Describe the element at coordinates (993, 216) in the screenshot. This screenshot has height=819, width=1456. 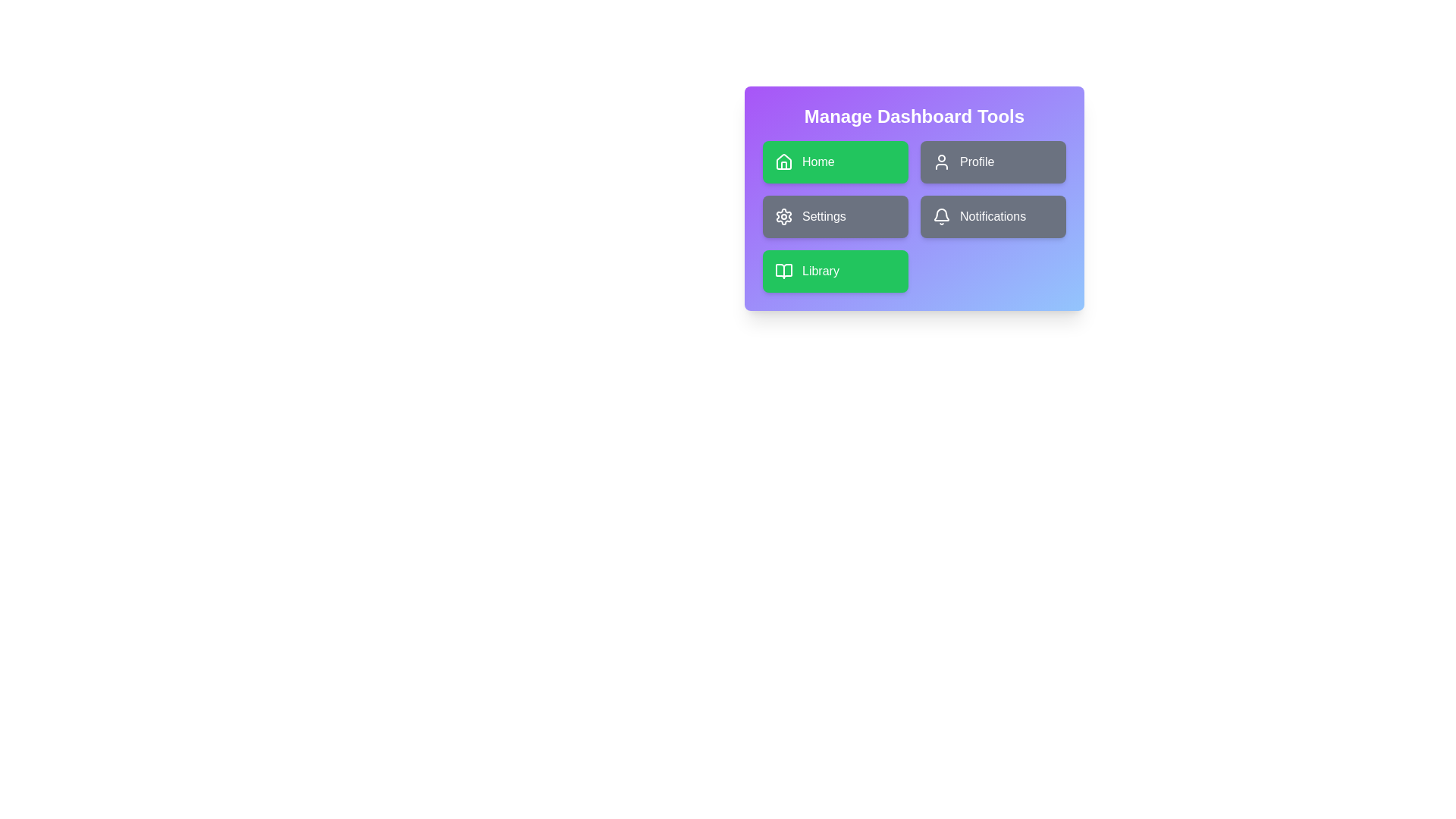
I see `the chip labeled Notifications to toggle its selection state` at that location.